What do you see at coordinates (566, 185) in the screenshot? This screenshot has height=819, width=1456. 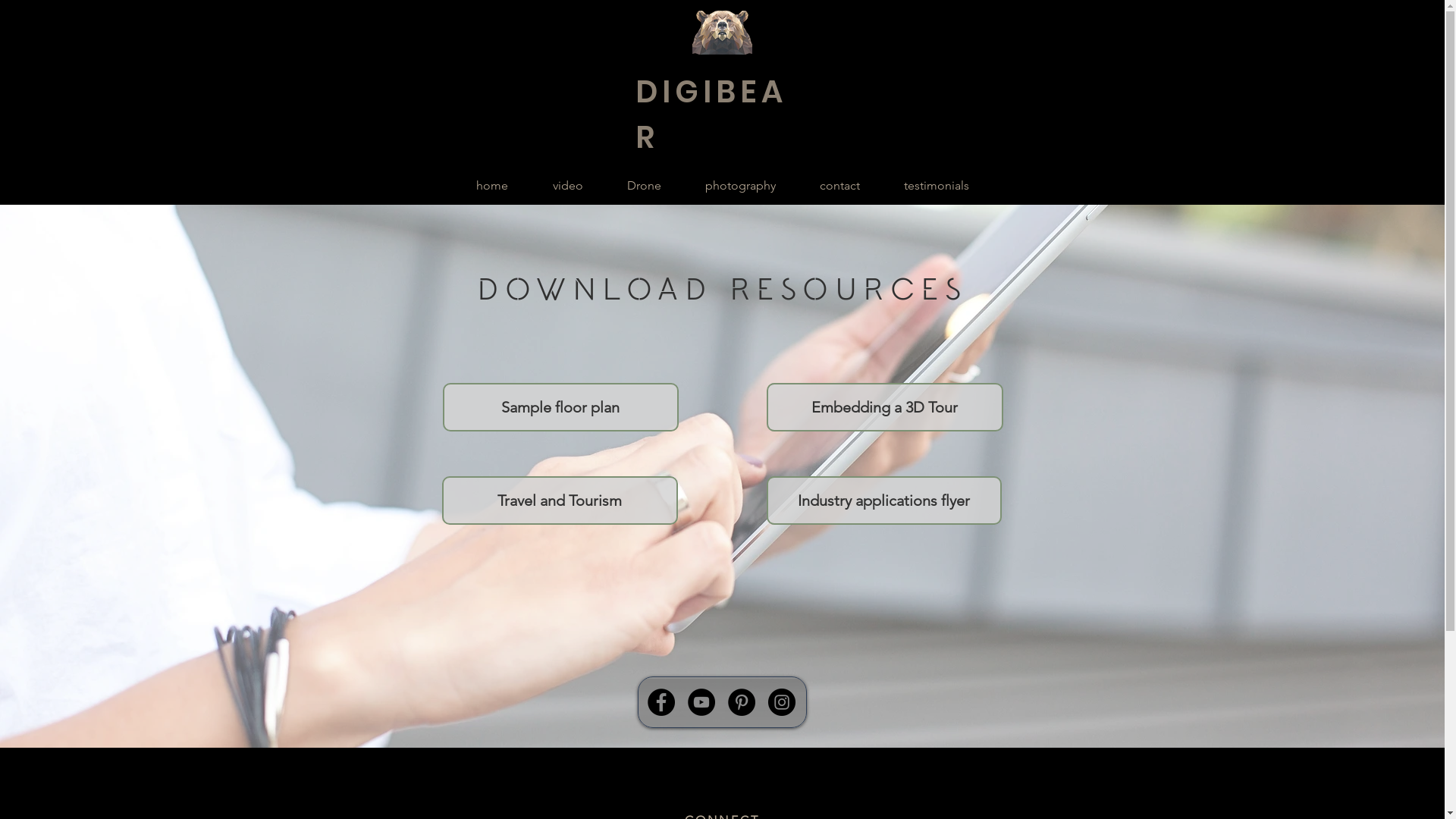 I see `'video'` at bounding box center [566, 185].